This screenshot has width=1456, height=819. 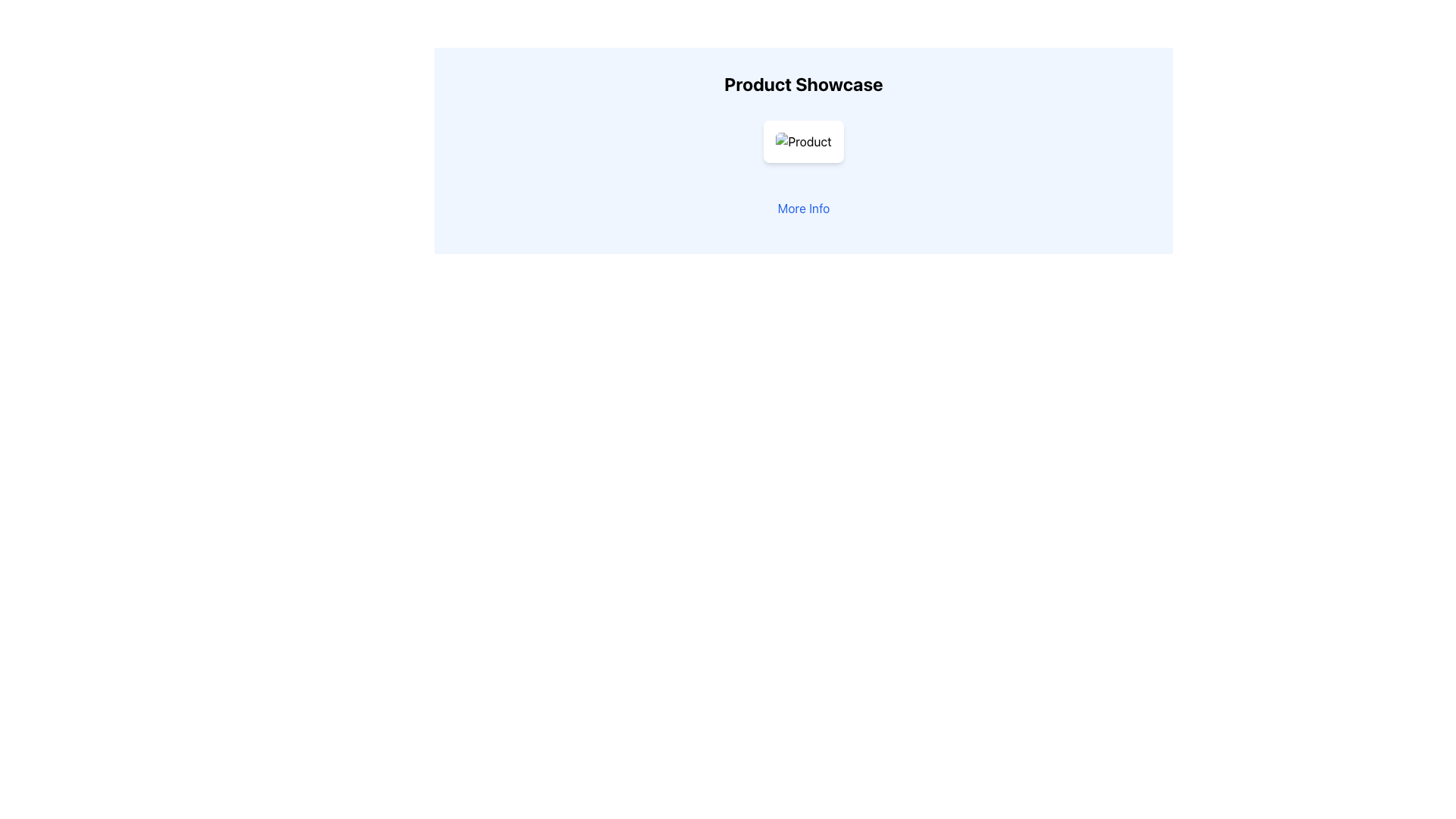 I want to click on text displayed in the 'Product Showcase' header, which is a large, bold text element located at the top center of the section with a light blue background, so click(x=803, y=84).